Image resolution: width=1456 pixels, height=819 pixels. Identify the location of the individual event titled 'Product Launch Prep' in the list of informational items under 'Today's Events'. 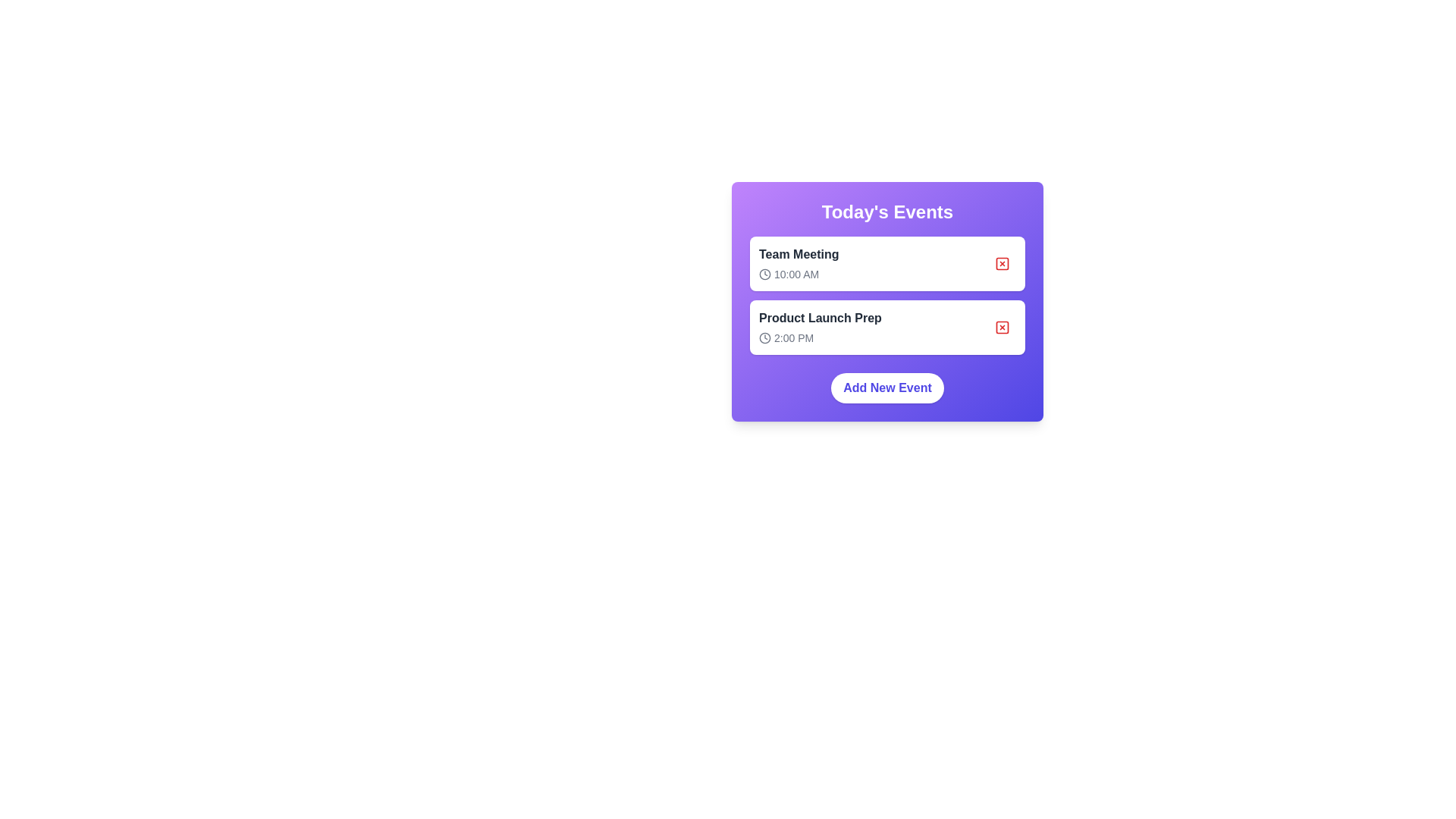
(887, 295).